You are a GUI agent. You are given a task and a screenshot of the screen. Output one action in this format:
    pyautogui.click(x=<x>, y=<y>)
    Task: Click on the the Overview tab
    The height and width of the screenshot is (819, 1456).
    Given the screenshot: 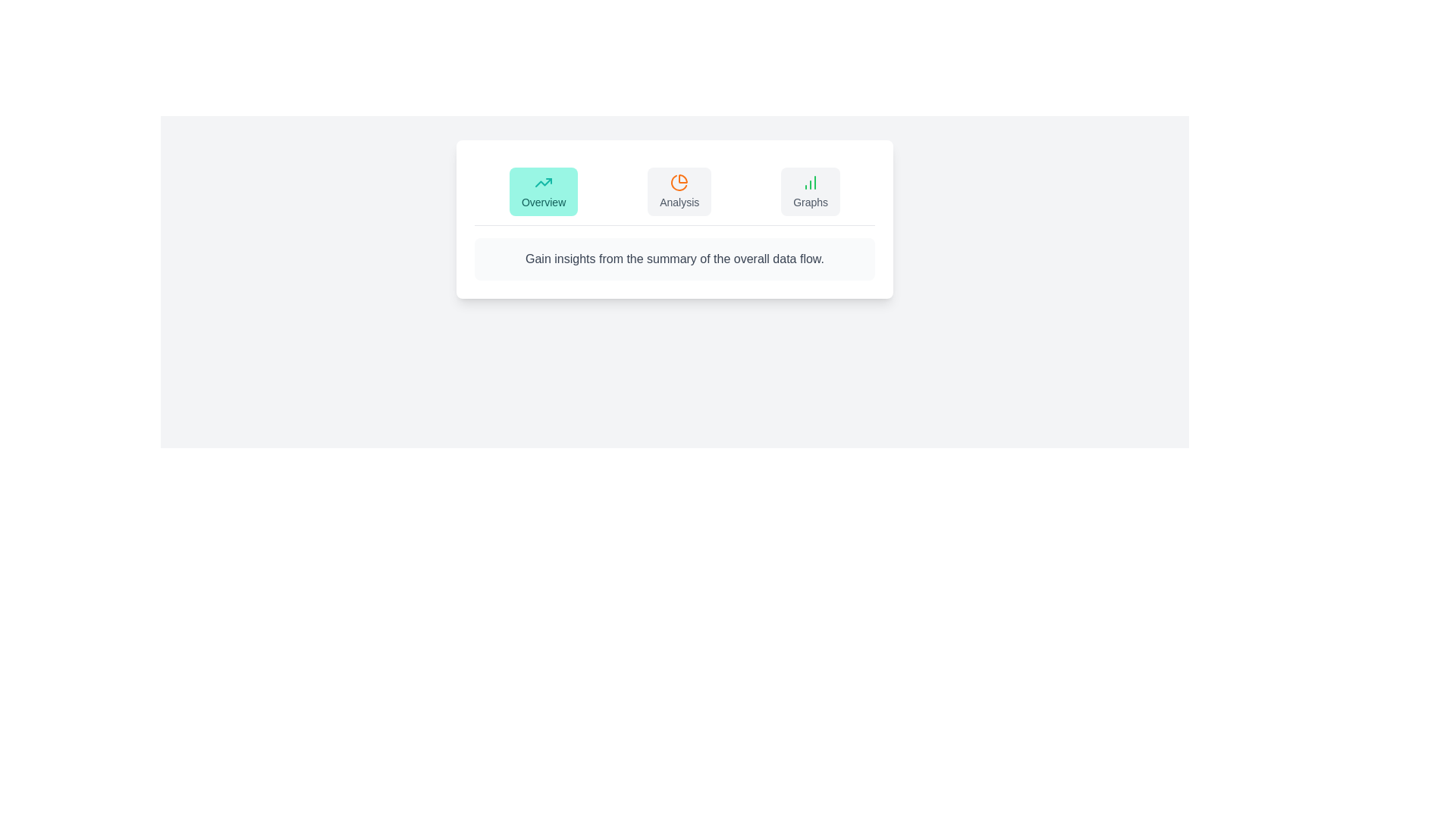 What is the action you would take?
    pyautogui.click(x=544, y=191)
    